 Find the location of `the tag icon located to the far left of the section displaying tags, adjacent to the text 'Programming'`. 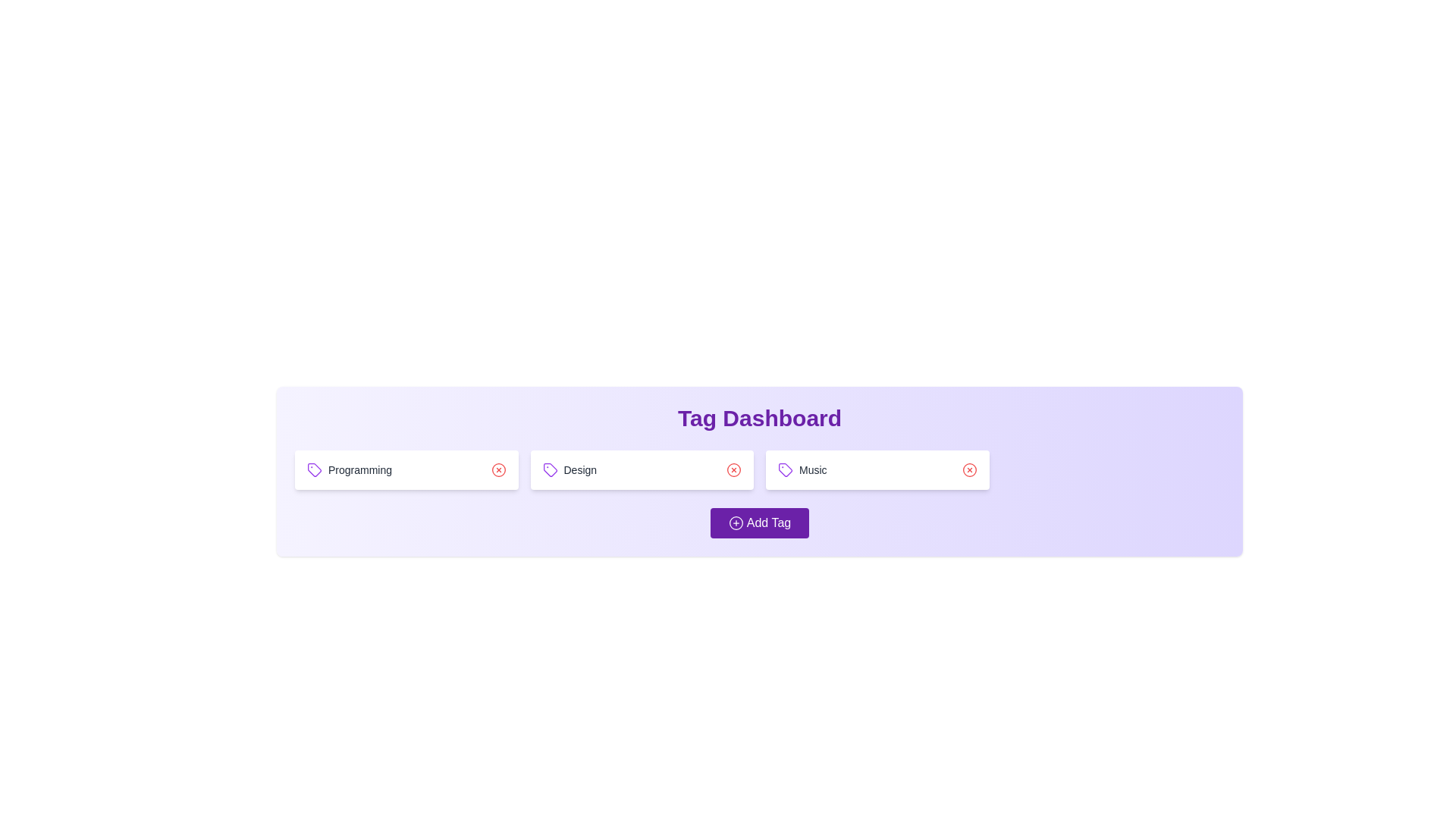

the tag icon located to the far left of the section displaying tags, adjacent to the text 'Programming' is located at coordinates (313, 469).